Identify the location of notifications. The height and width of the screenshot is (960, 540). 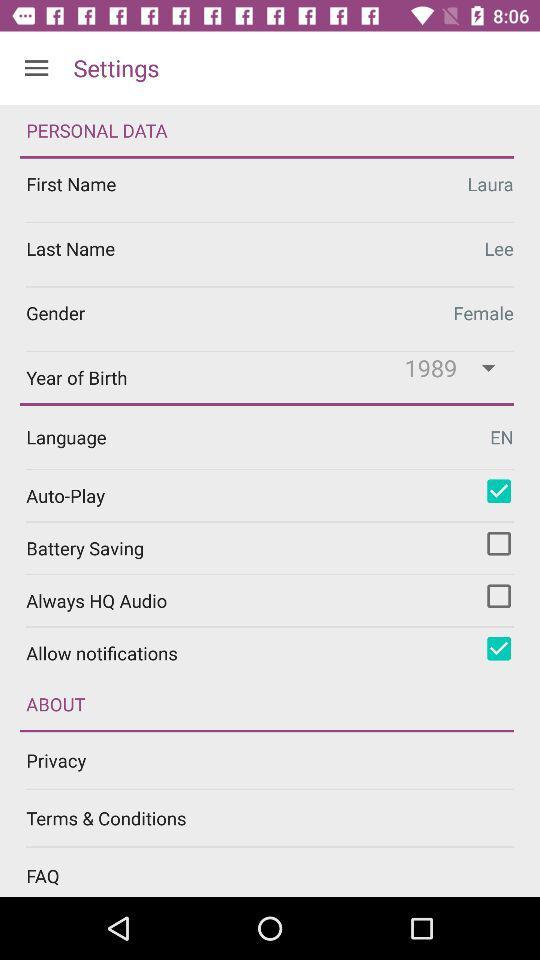
(498, 647).